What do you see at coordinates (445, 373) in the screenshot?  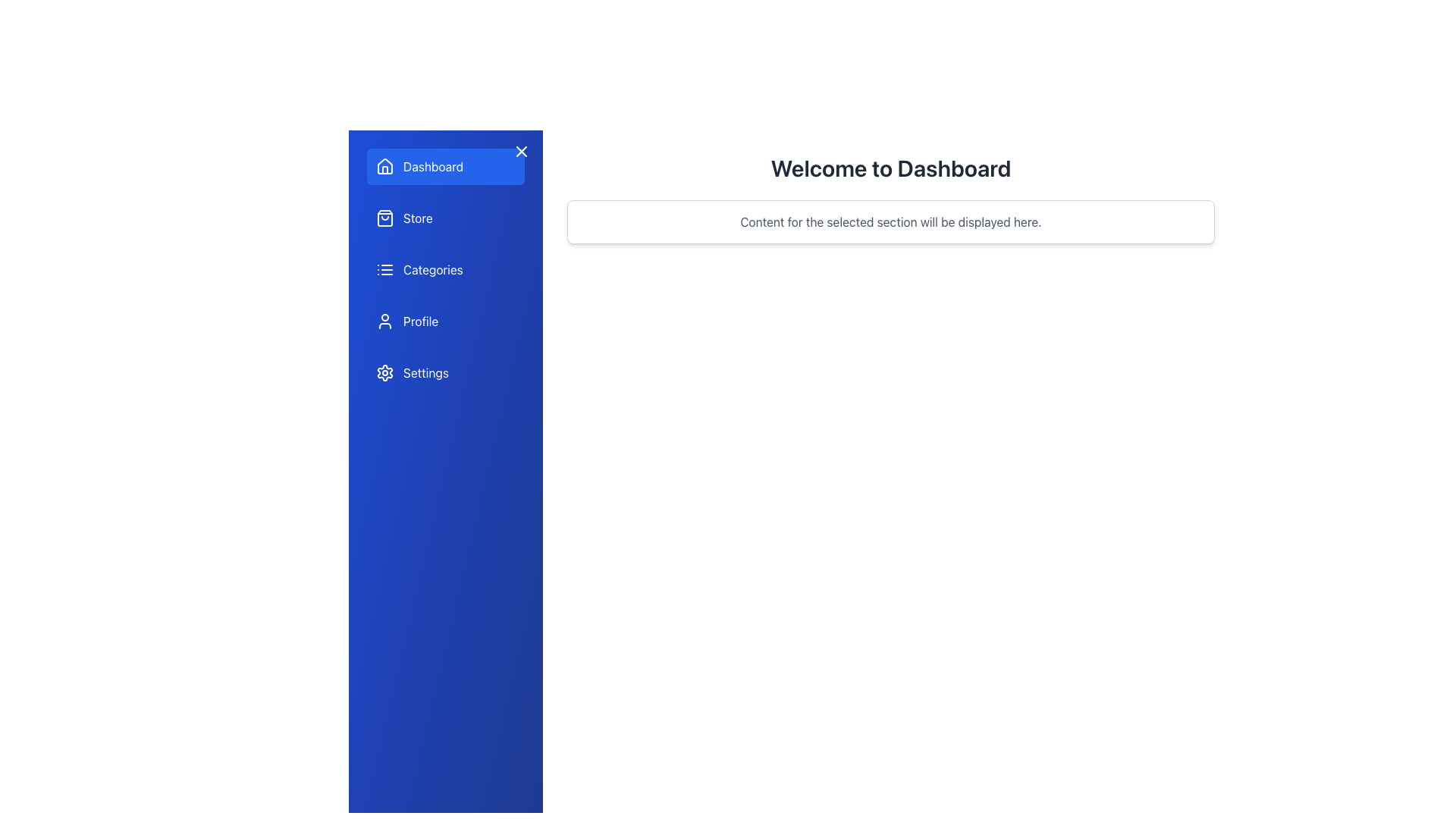 I see `the 'Settings' interactive menu button, which features a gear icon and is styled with a blue background and white text` at bounding box center [445, 373].